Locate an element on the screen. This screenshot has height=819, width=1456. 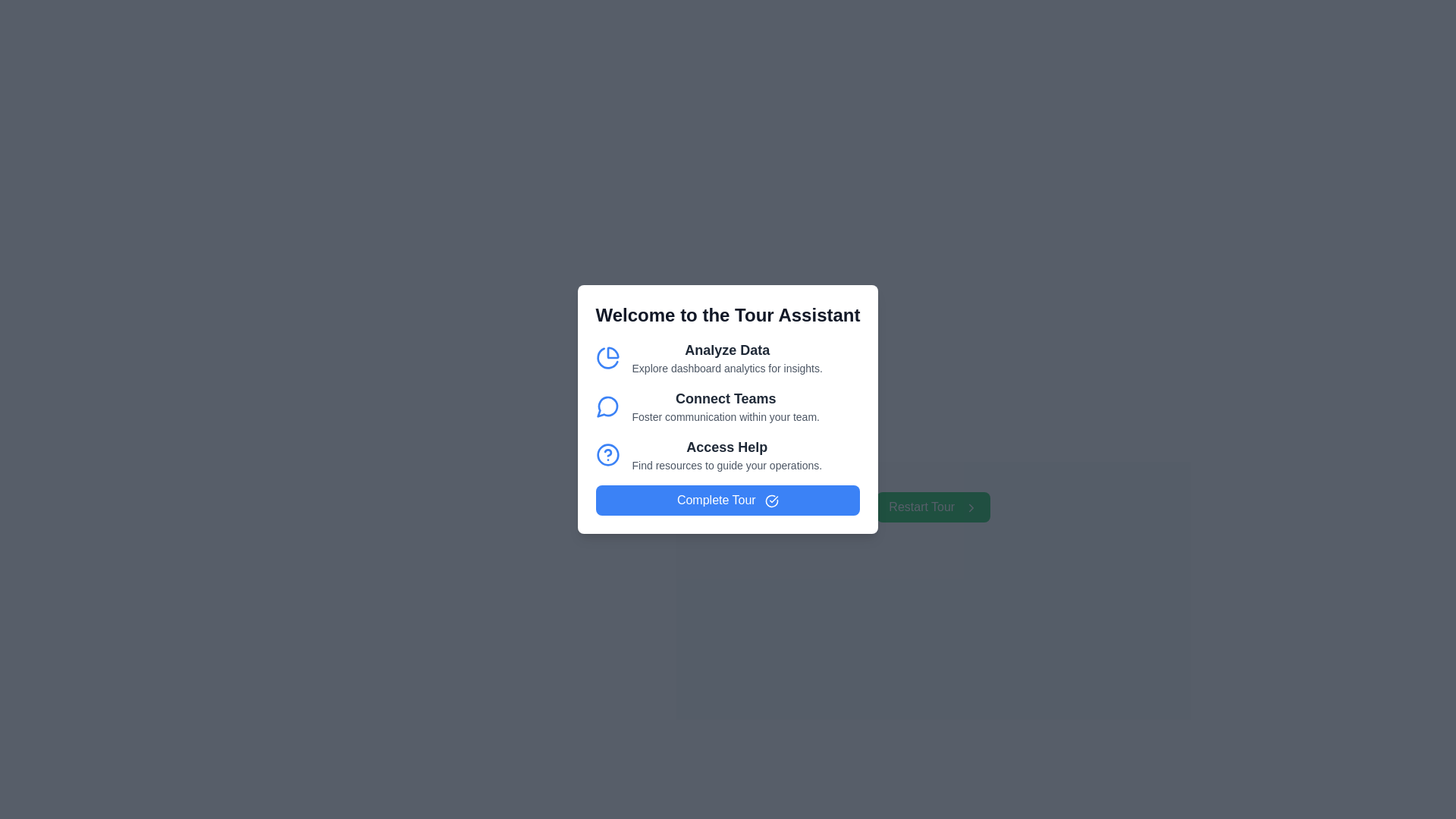
the prominently styled heading with the text 'Welcome to the Tour Assistant' located at the top of the modal dialog is located at coordinates (728, 315).